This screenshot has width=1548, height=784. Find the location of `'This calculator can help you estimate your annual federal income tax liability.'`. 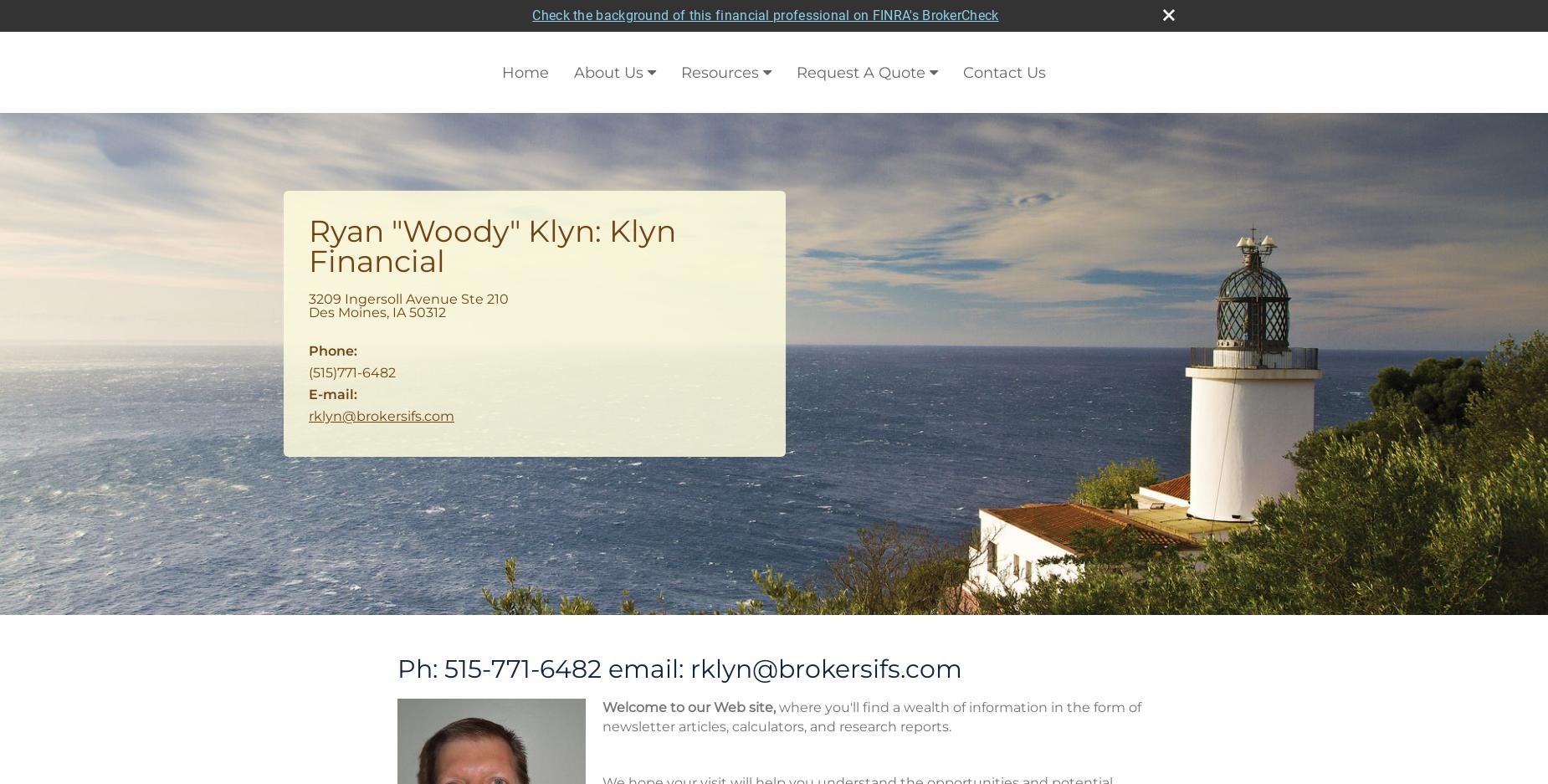

'This calculator can help you estimate your annual federal income tax liability.' is located at coordinates (563, 552).